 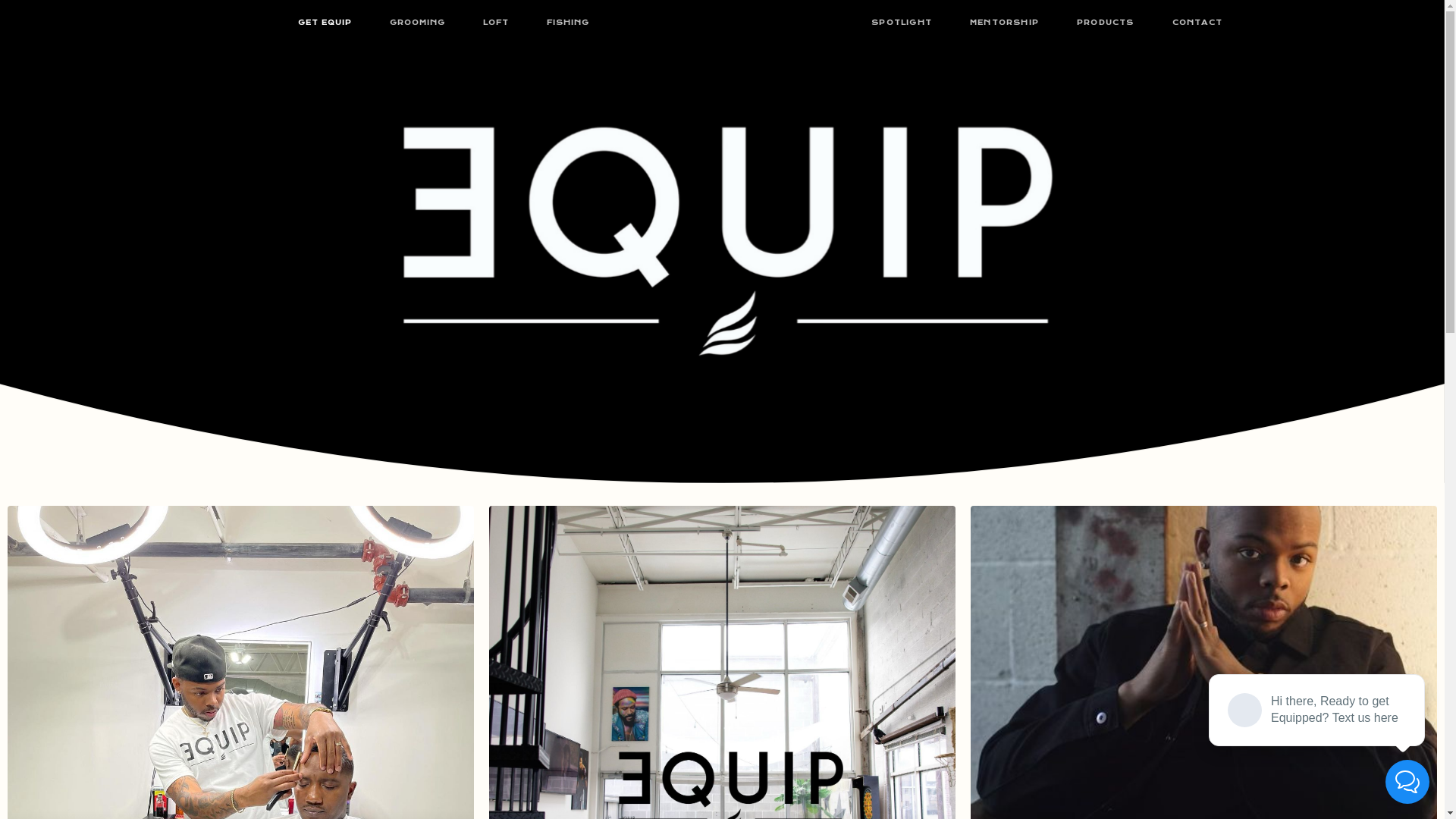 I want to click on 'CONTACT', so click(x=1197, y=23).